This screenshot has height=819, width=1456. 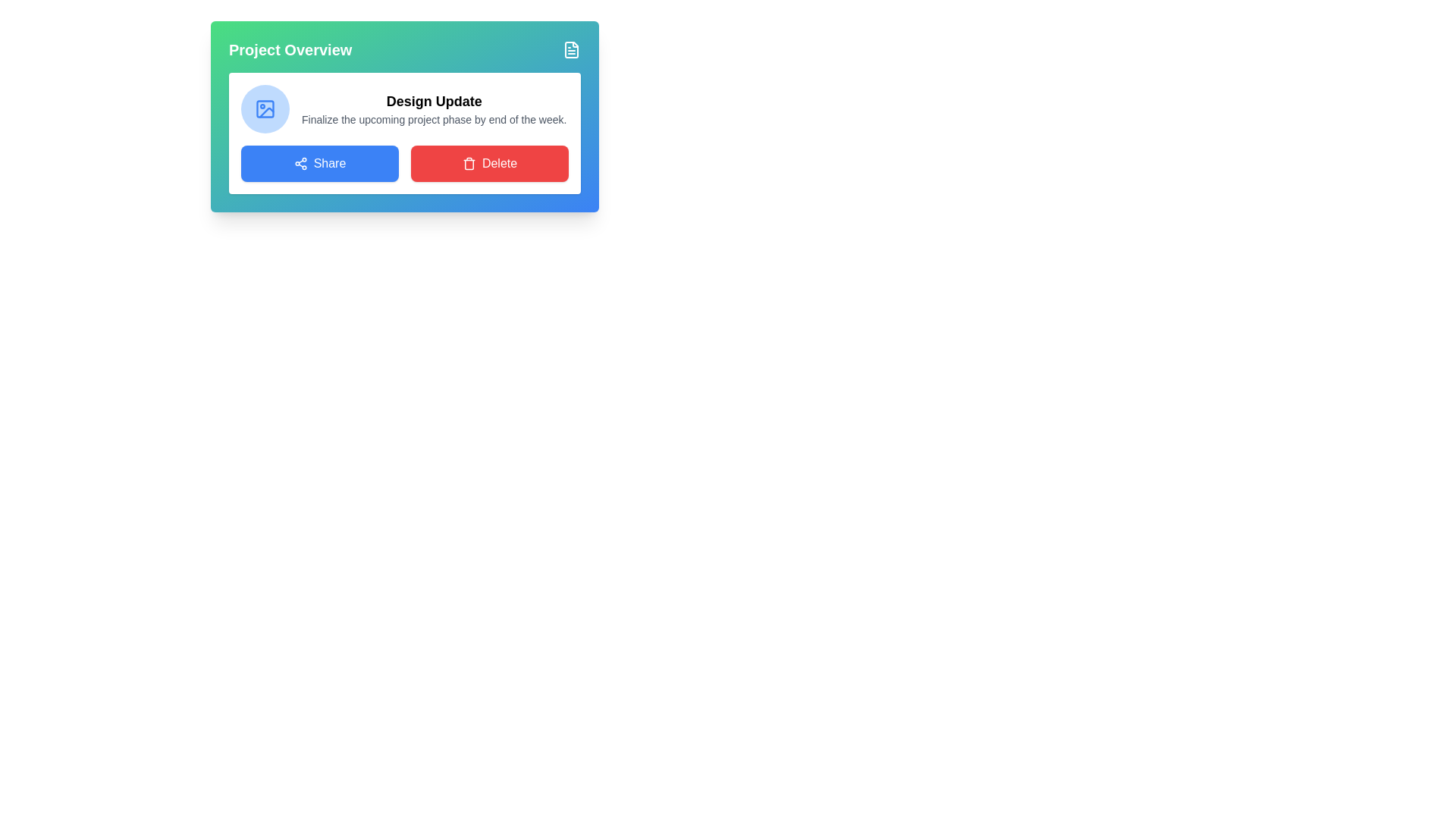 I want to click on the Delete button in the white rectangular Card titled 'Design Update', so click(x=404, y=133).